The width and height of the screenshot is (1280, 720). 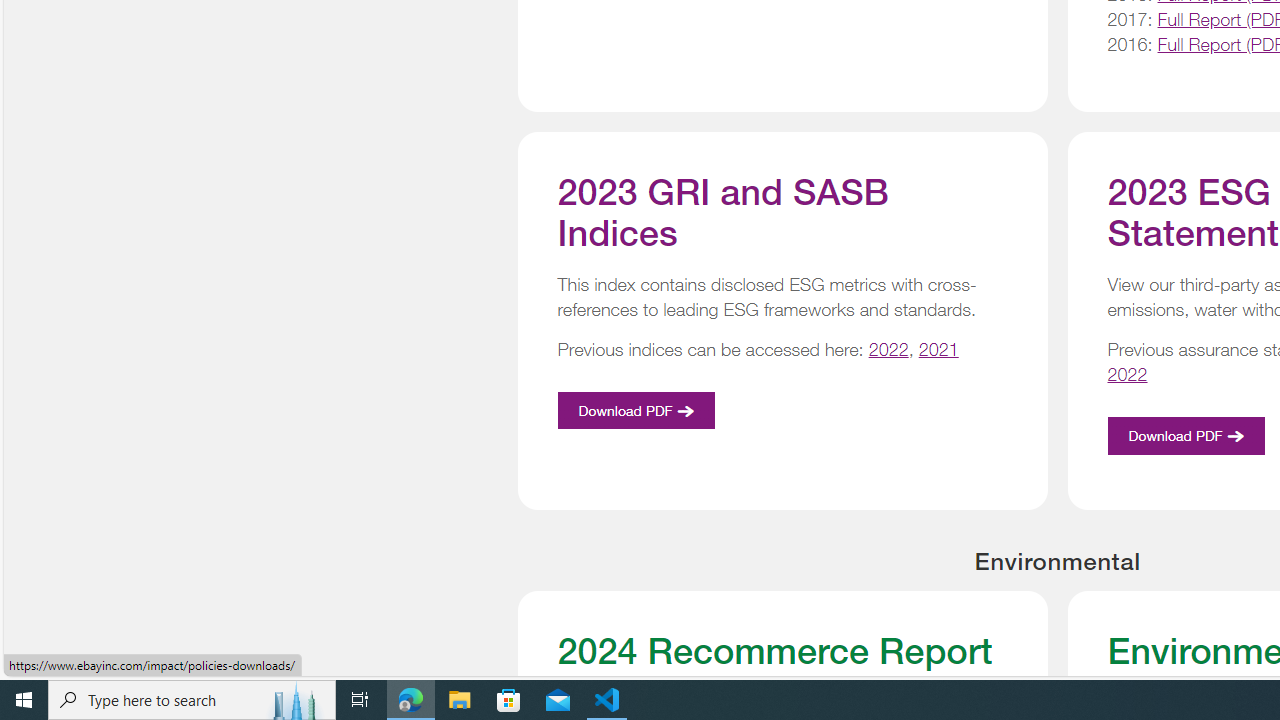 I want to click on '2021', so click(x=937, y=348).